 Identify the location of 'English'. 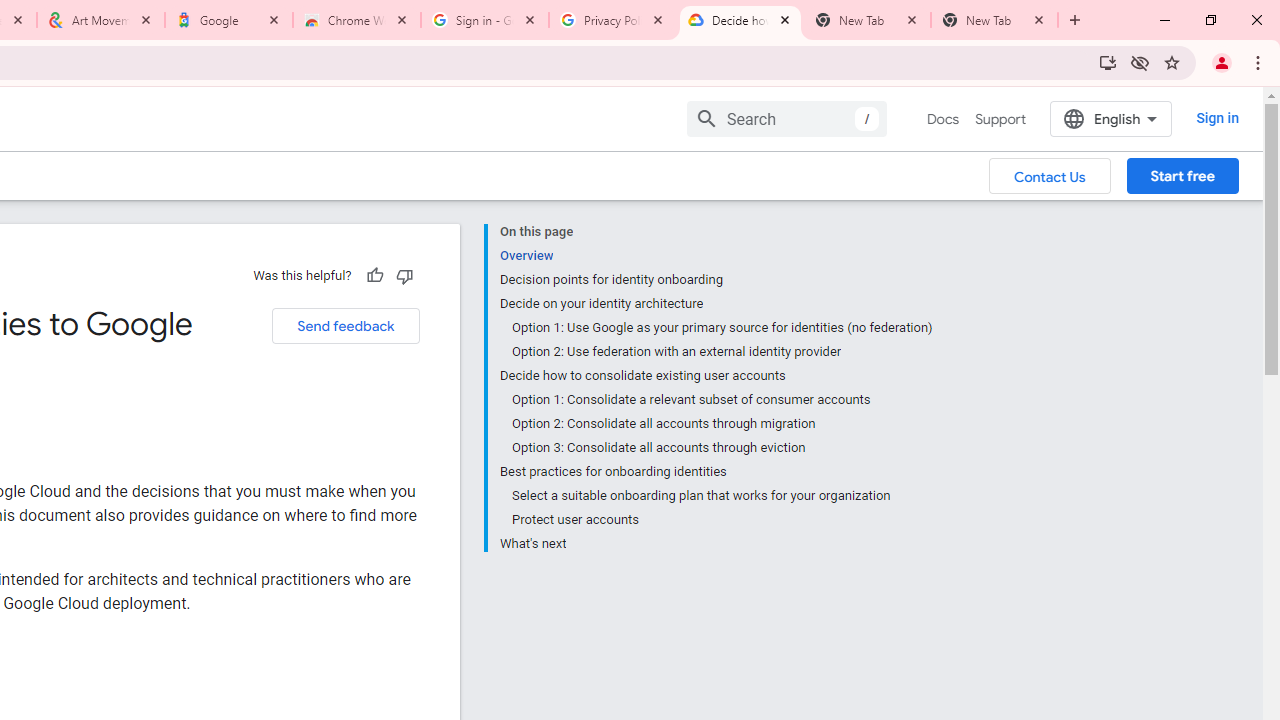
(1110, 118).